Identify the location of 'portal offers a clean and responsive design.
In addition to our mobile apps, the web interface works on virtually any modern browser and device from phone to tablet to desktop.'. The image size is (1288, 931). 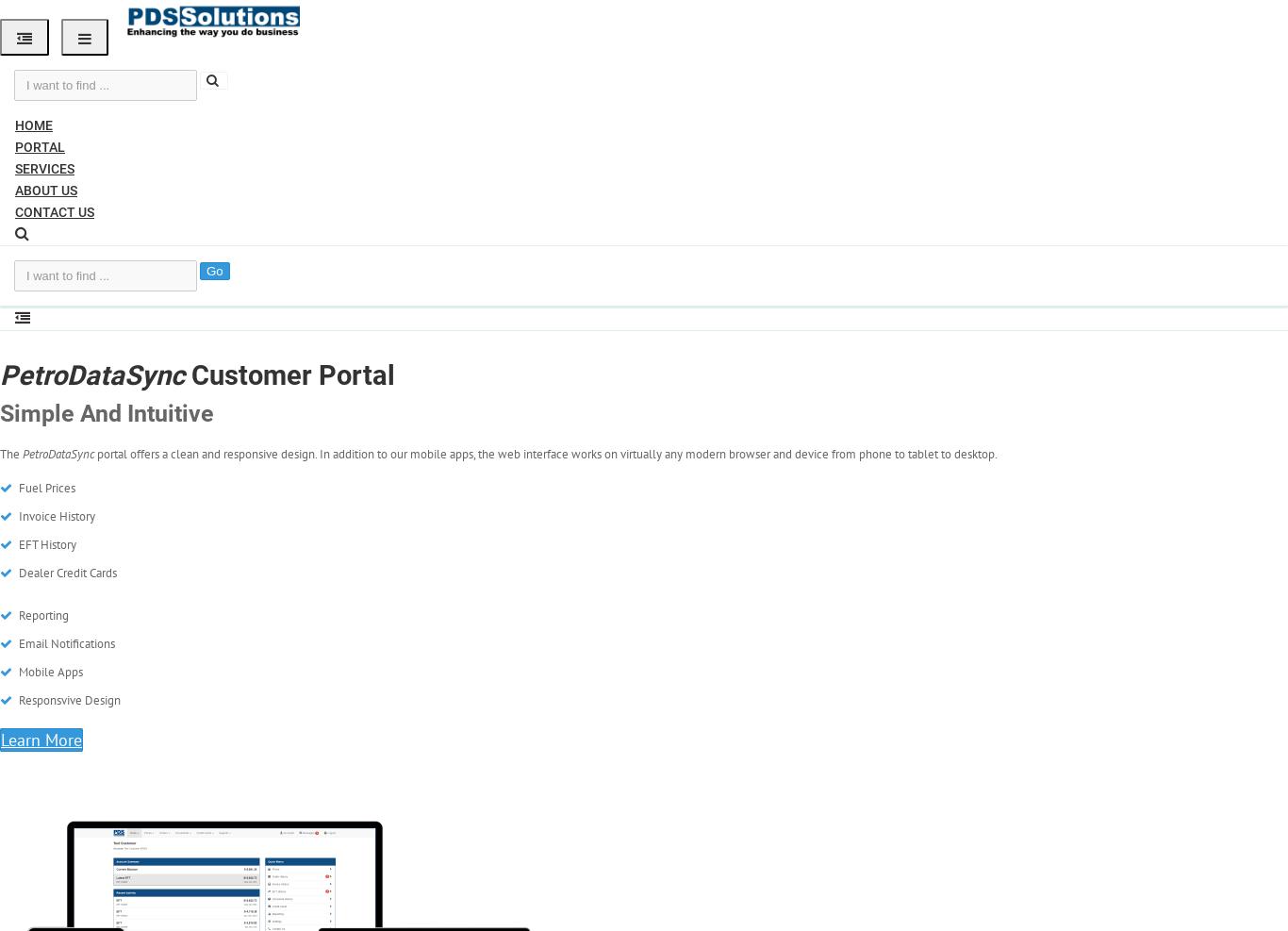
(545, 453).